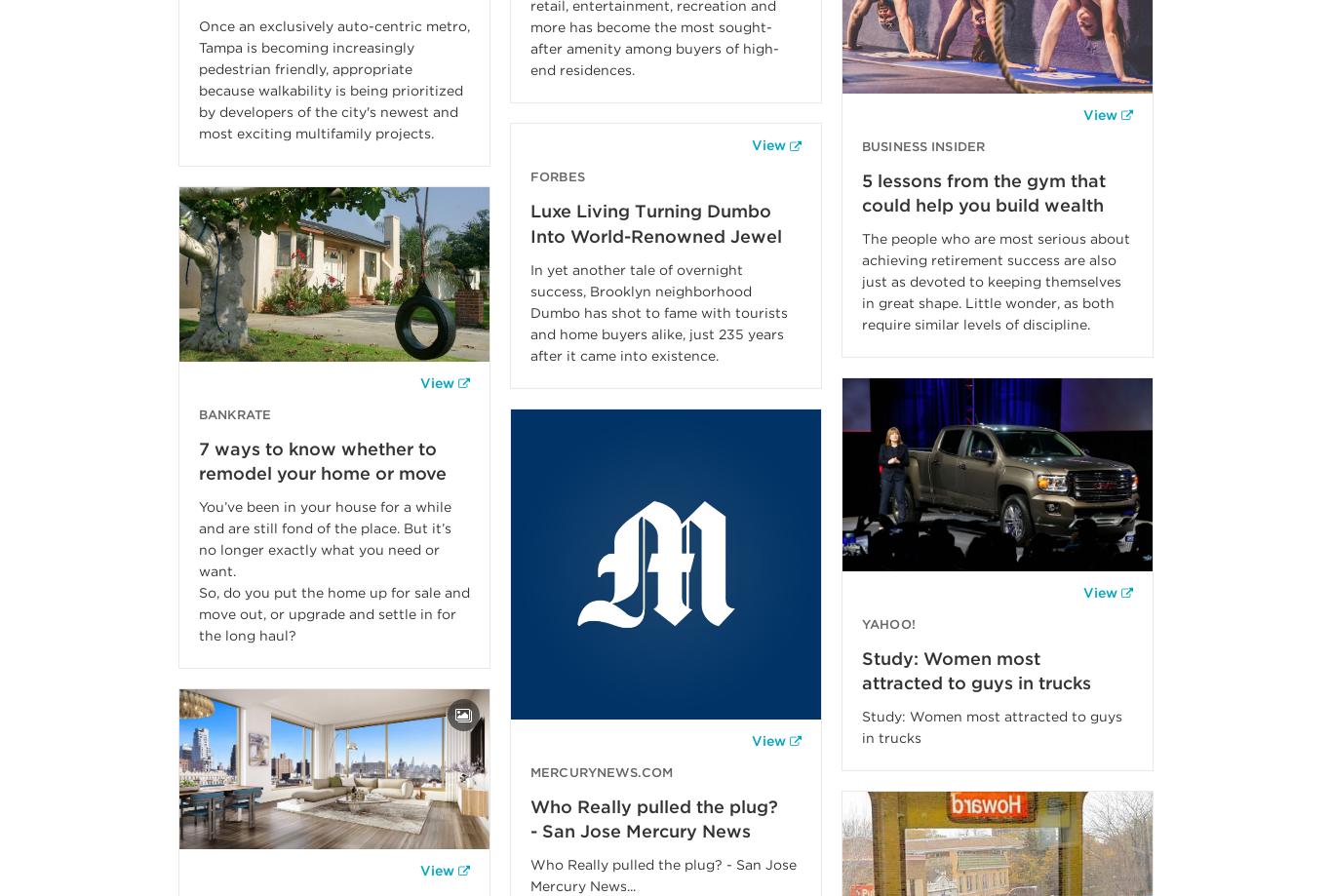 The image size is (1332, 896). What do you see at coordinates (197, 538) in the screenshot?
I see `'You’ve been in your house for a while and are still fond of the place. But it’s no longer exactly what you need or want.'` at bounding box center [197, 538].